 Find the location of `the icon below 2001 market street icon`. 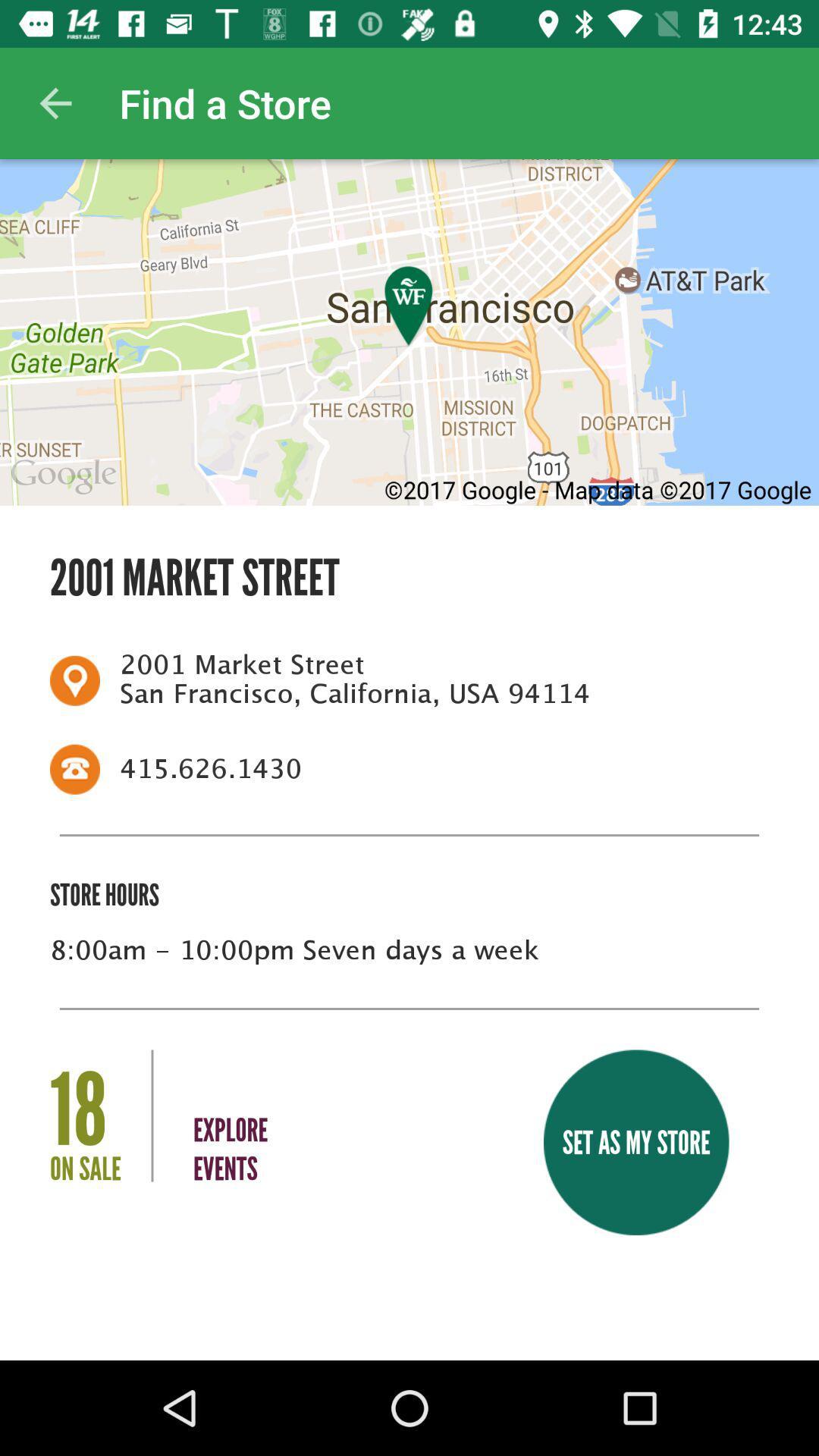

the icon below 2001 market street icon is located at coordinates (435, 769).